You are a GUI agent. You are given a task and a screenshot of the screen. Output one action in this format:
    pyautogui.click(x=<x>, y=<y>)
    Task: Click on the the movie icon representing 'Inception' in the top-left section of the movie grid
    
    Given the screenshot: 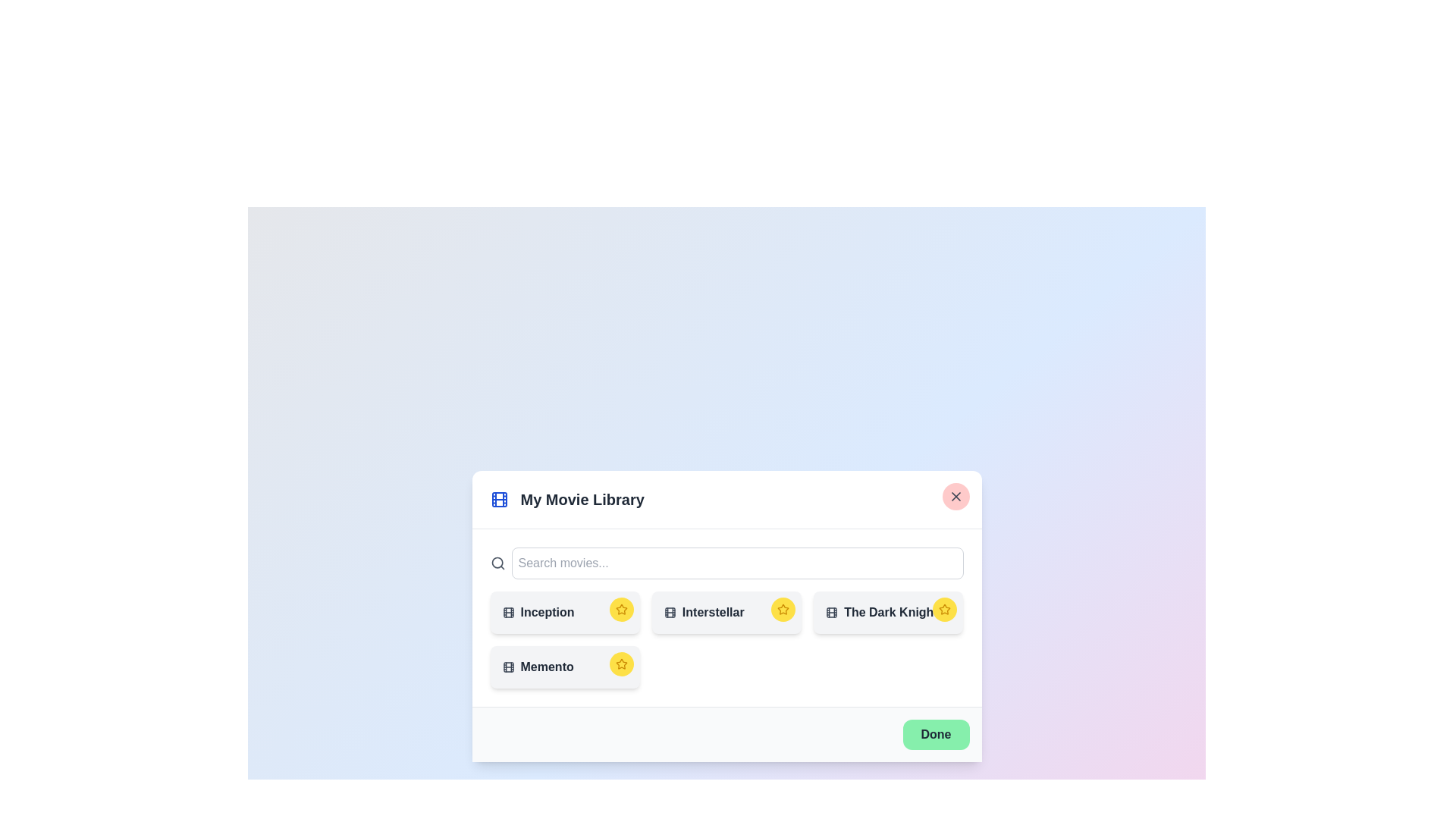 What is the action you would take?
    pyautogui.click(x=508, y=611)
    